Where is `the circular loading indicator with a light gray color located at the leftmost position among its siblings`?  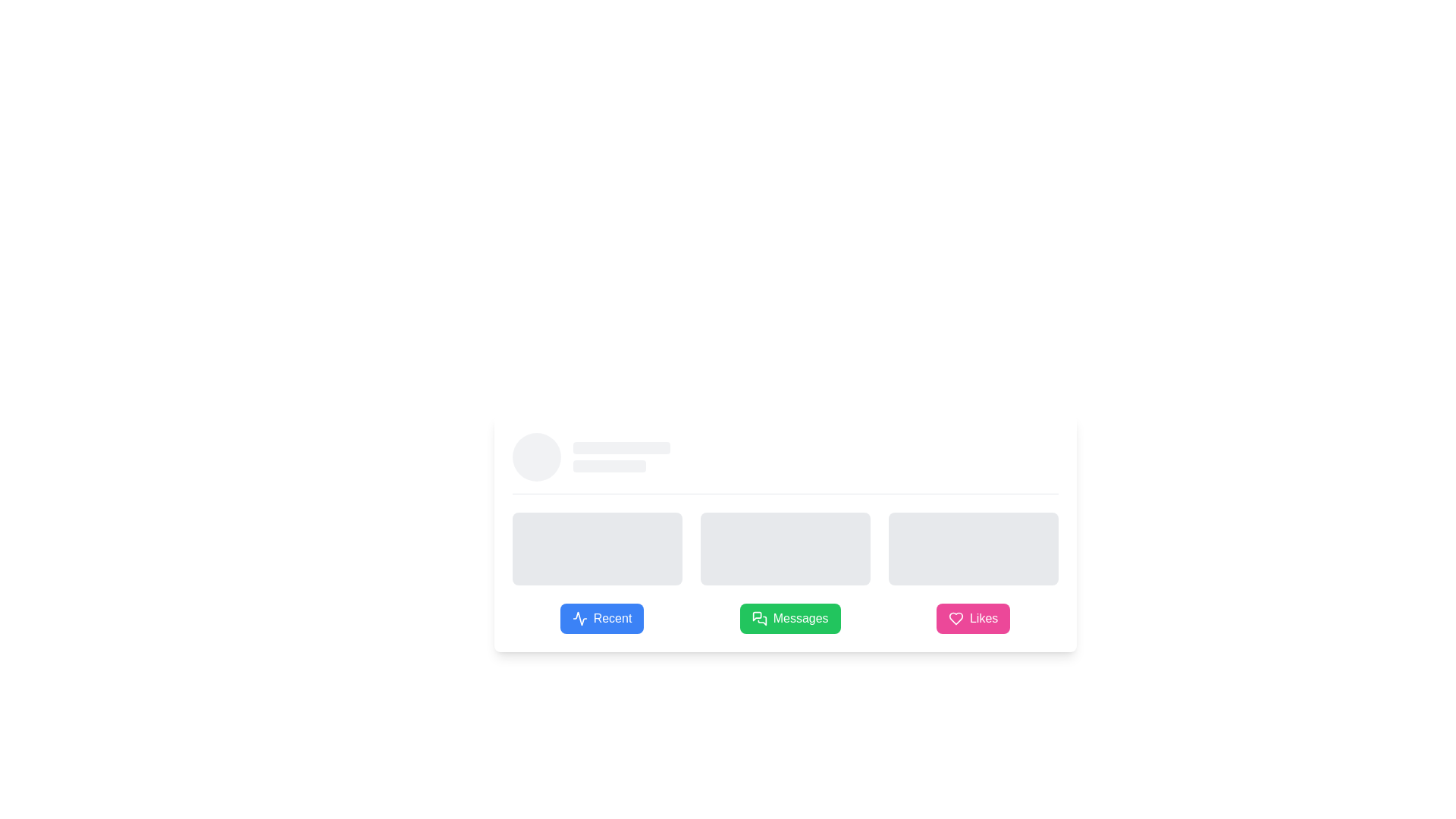
the circular loading indicator with a light gray color located at the leftmost position among its siblings is located at coordinates (536, 456).